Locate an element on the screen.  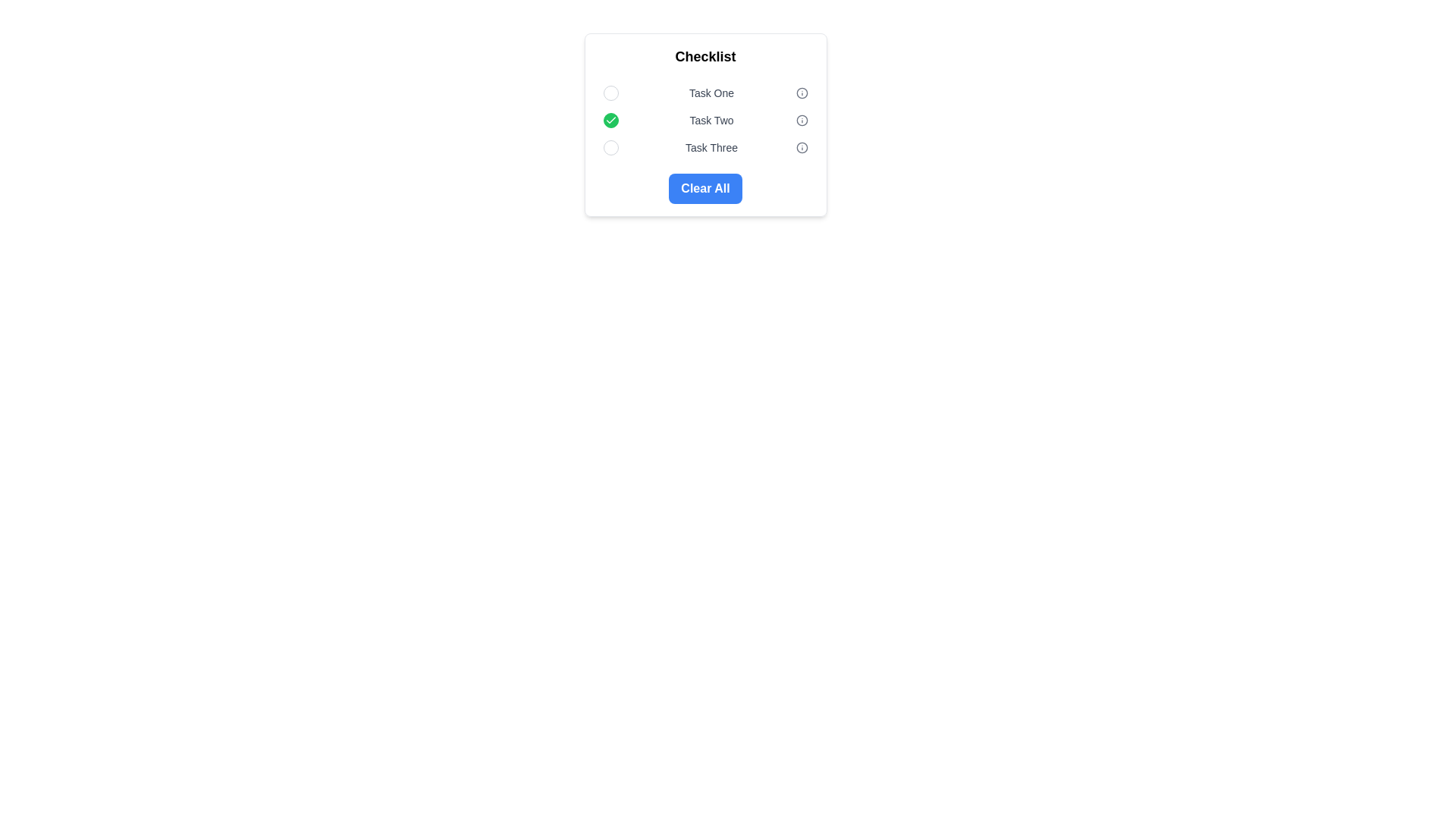
the SVG circle component, which is a gray-outlined circular shape indicating a non-interactive status, located in the rightmost area of the second line related to 'Task Two' in the checklist is located at coordinates (801, 119).